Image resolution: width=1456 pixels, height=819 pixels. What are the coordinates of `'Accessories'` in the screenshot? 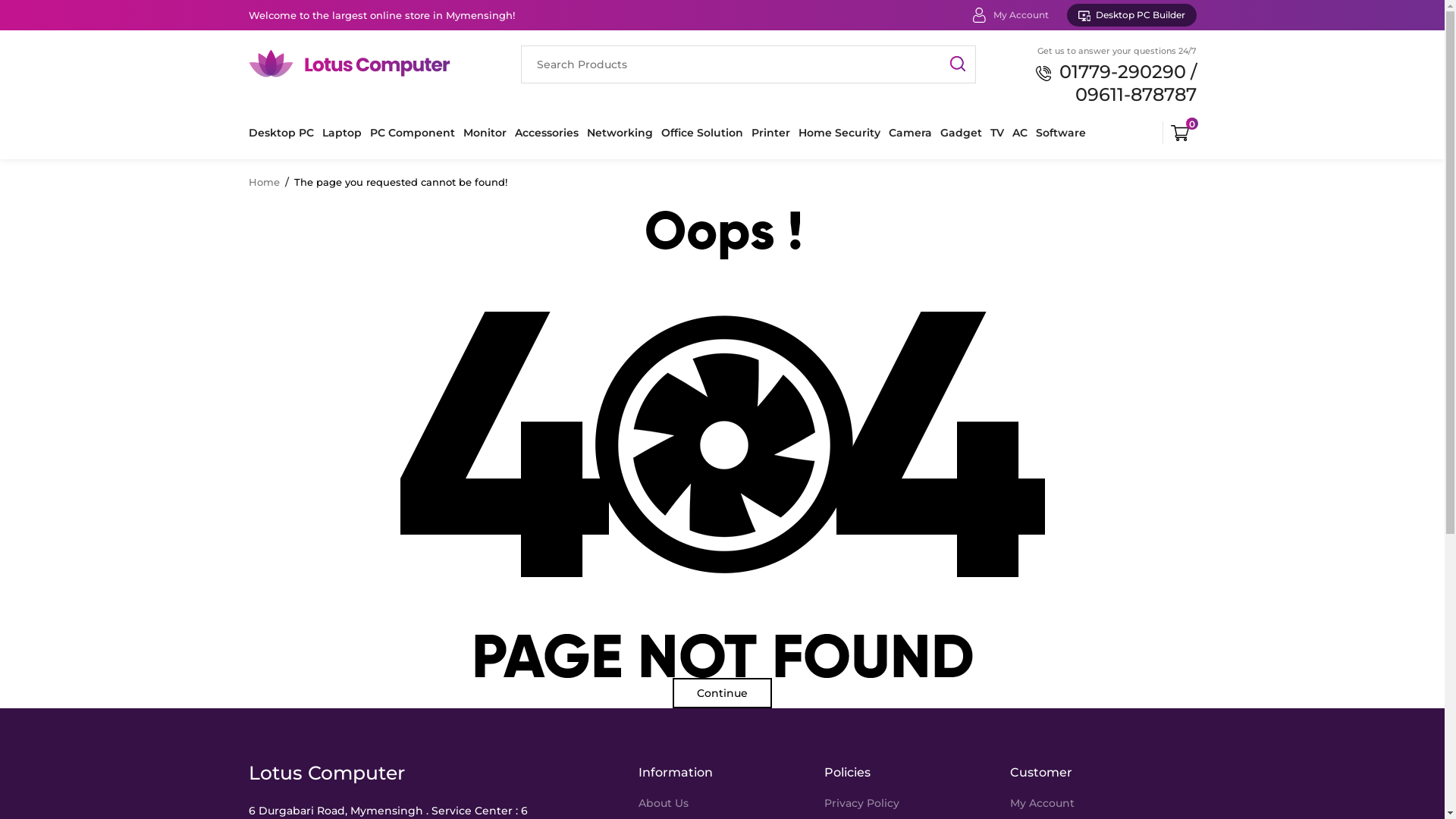 It's located at (546, 131).